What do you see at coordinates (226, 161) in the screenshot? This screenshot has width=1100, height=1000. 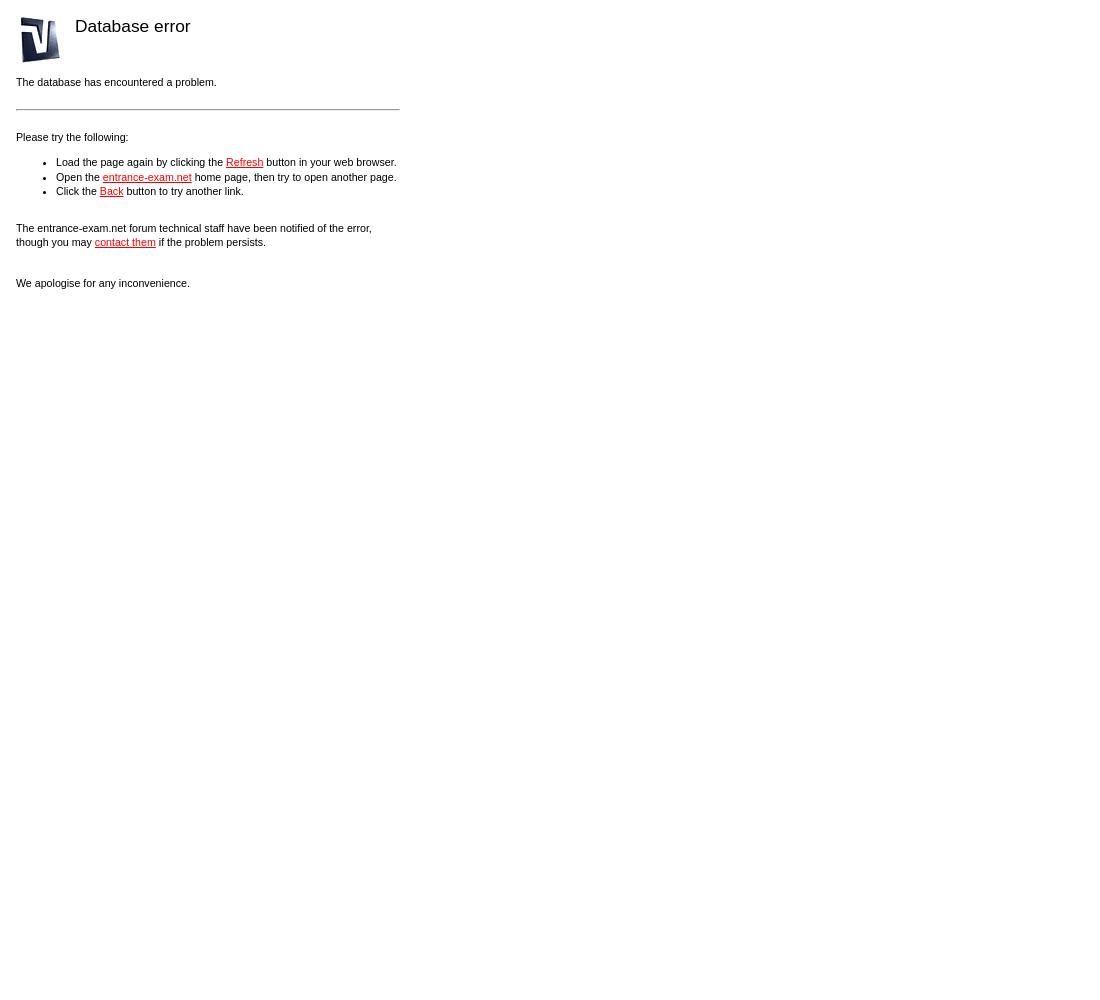 I see `'Refresh'` at bounding box center [226, 161].